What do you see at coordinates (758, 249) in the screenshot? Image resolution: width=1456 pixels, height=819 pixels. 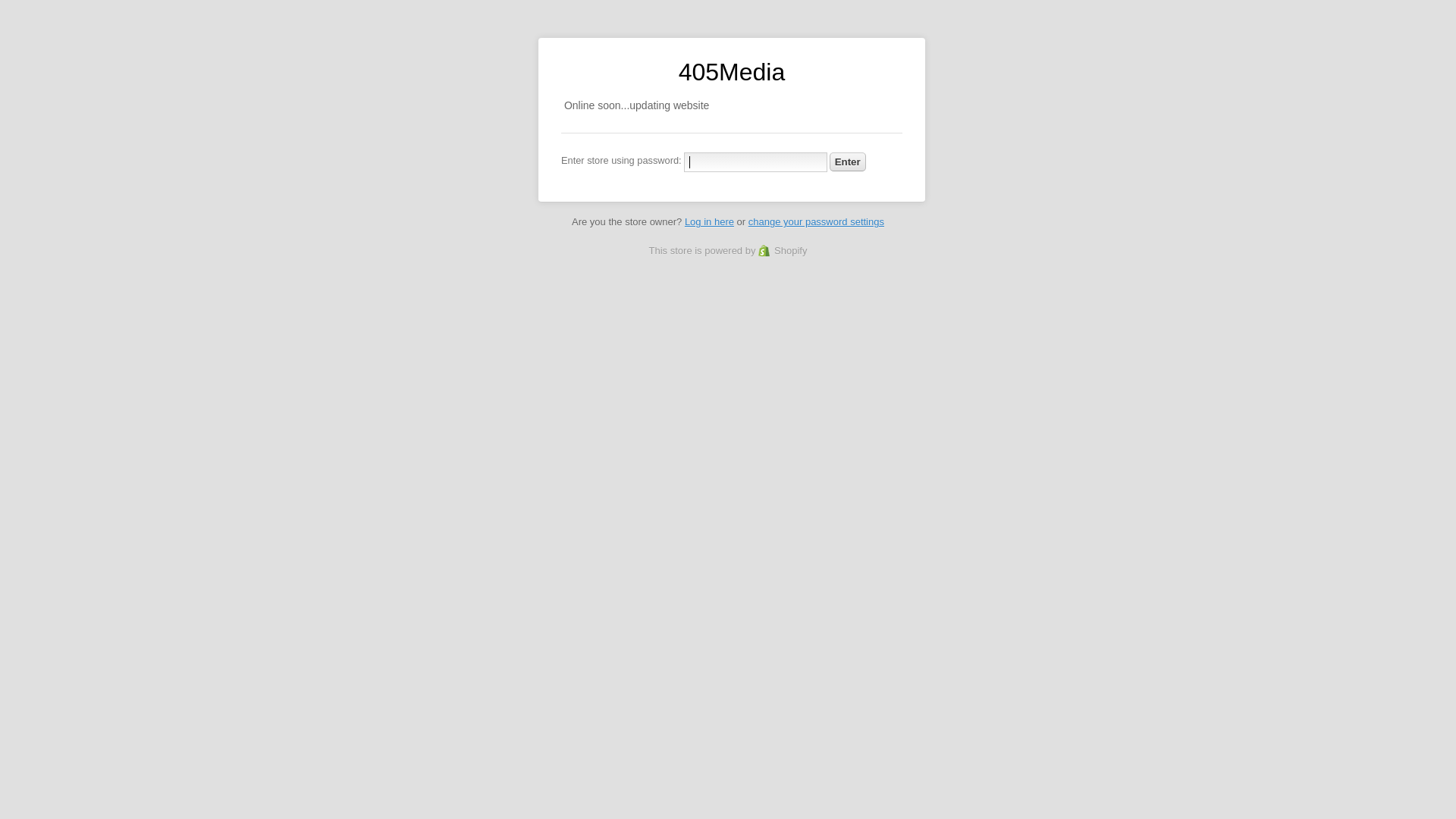 I see `'Shopify'` at bounding box center [758, 249].